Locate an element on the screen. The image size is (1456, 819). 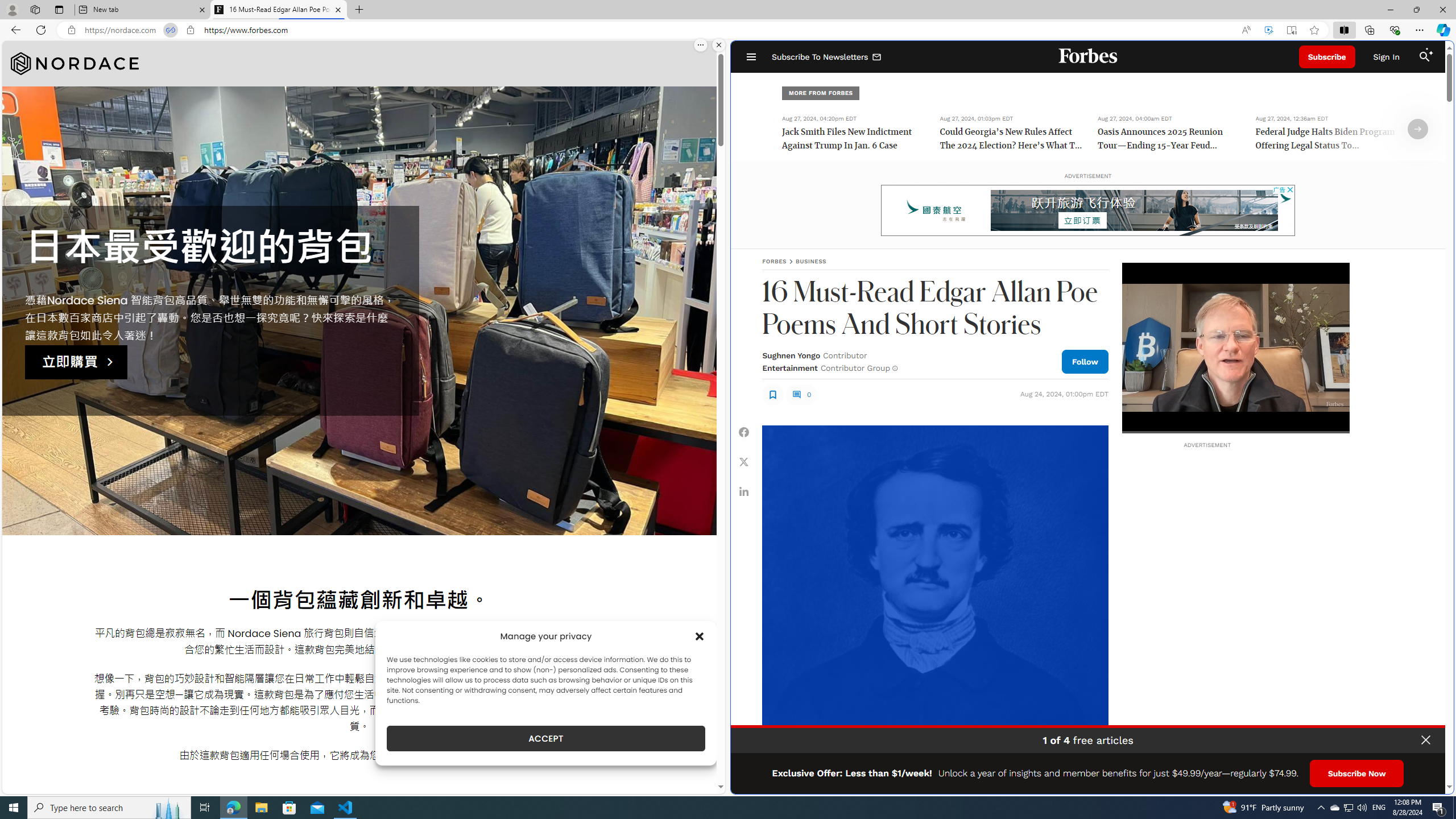
'Share Linkedin' is located at coordinates (744, 490).